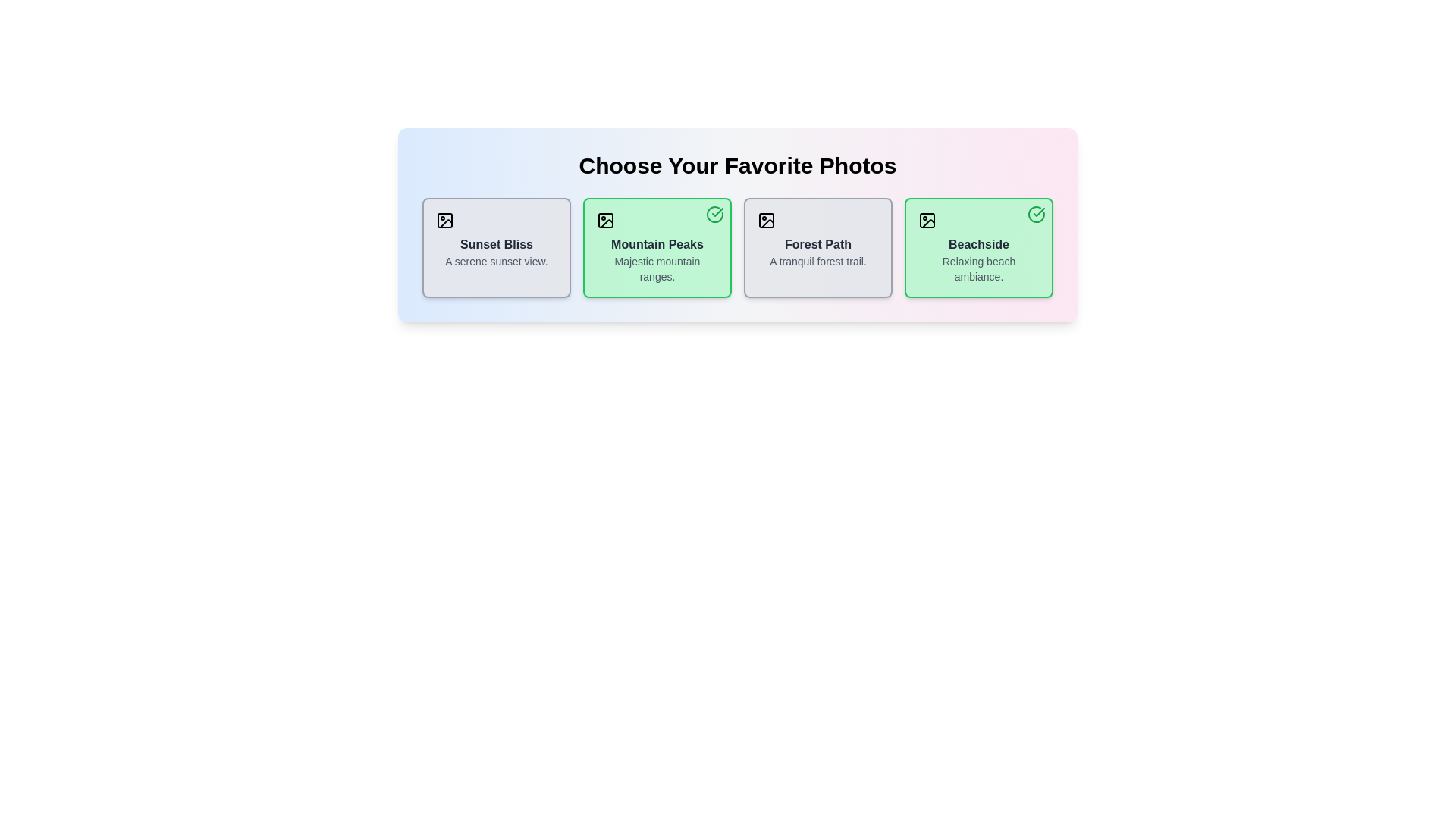 Image resolution: width=1456 pixels, height=819 pixels. I want to click on the photo card titled 'Sunset Bliss' to observe the scale transformation effect, so click(496, 247).